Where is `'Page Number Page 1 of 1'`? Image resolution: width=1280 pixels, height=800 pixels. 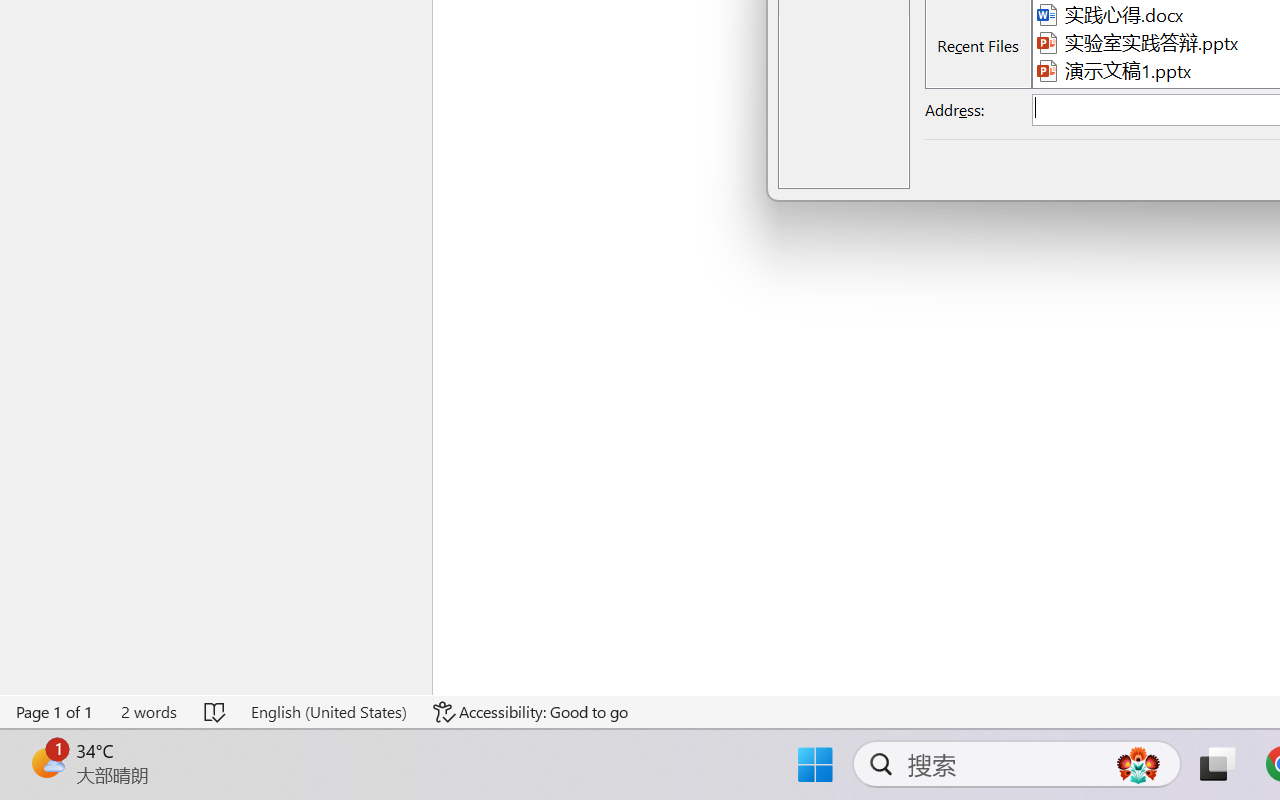 'Page Number Page 1 of 1' is located at coordinates (55, 711).